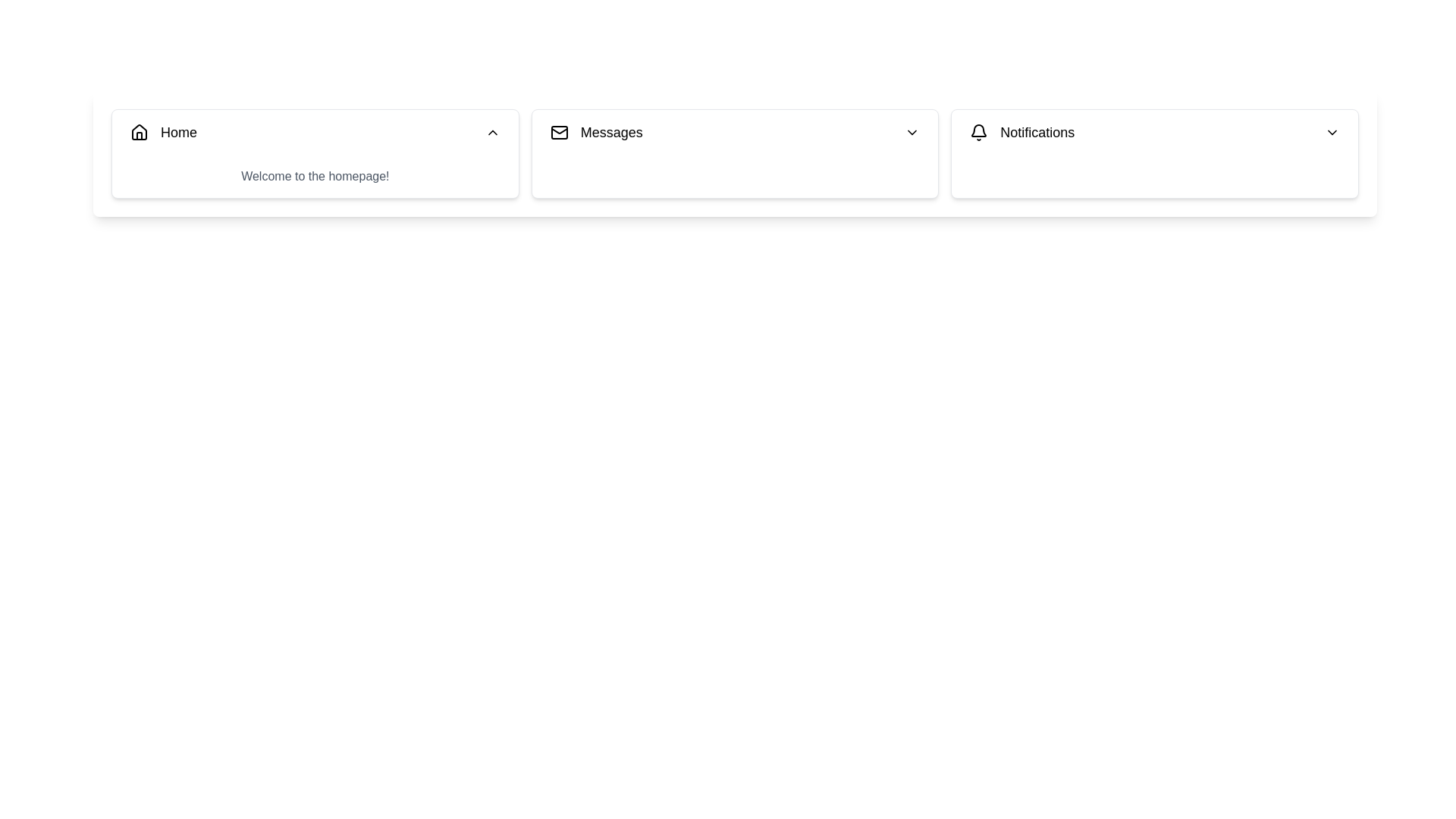 The image size is (1456, 819). I want to click on the upward direction icon located in the upper-right corner of the 'Home' card, so click(492, 131).